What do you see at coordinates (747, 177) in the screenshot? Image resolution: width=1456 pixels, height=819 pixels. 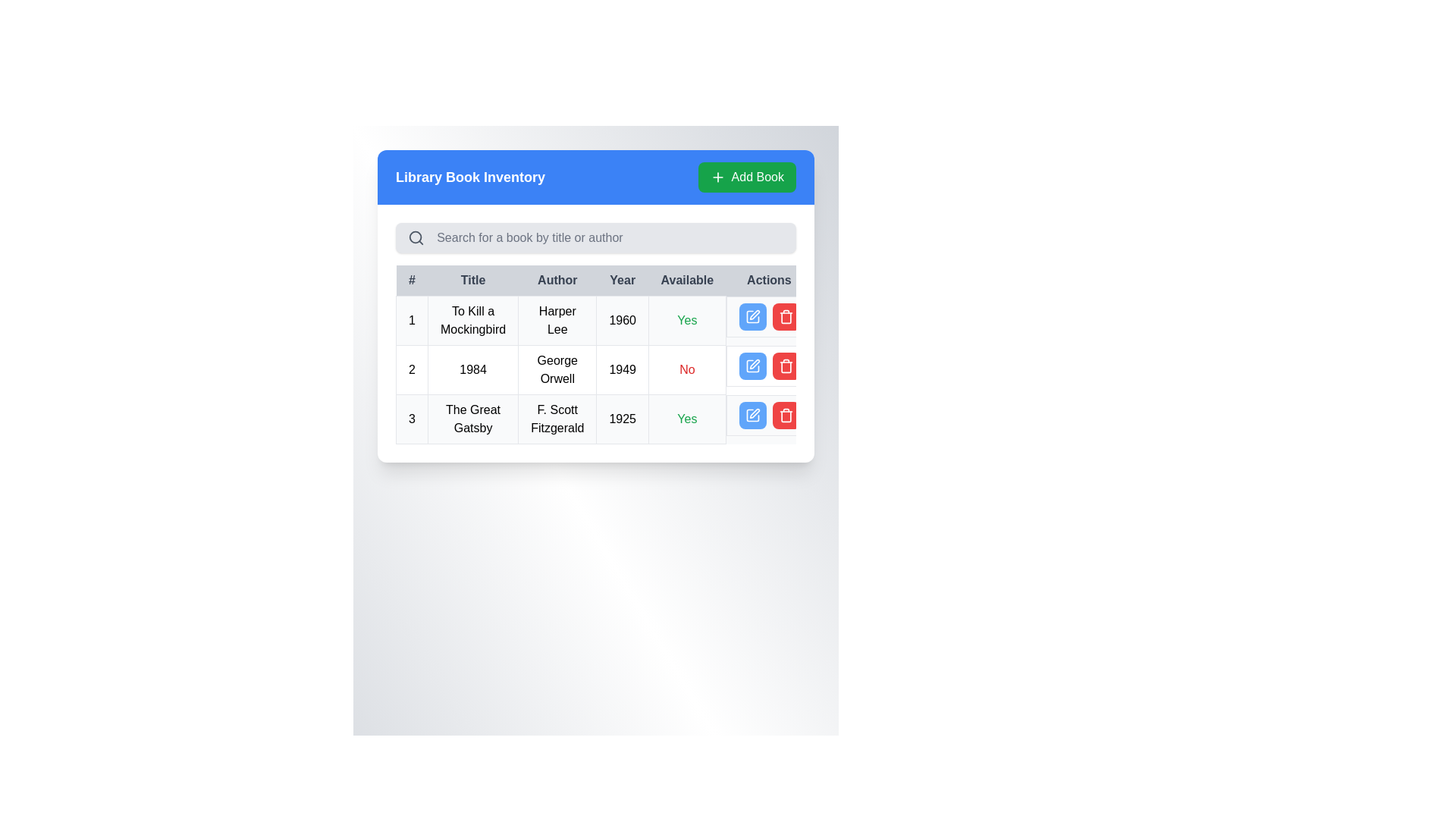 I see `the 'Add Book' button located in the top-right corner of the 'Library Book Inventory' header bar to initiate the Add Book action` at bounding box center [747, 177].